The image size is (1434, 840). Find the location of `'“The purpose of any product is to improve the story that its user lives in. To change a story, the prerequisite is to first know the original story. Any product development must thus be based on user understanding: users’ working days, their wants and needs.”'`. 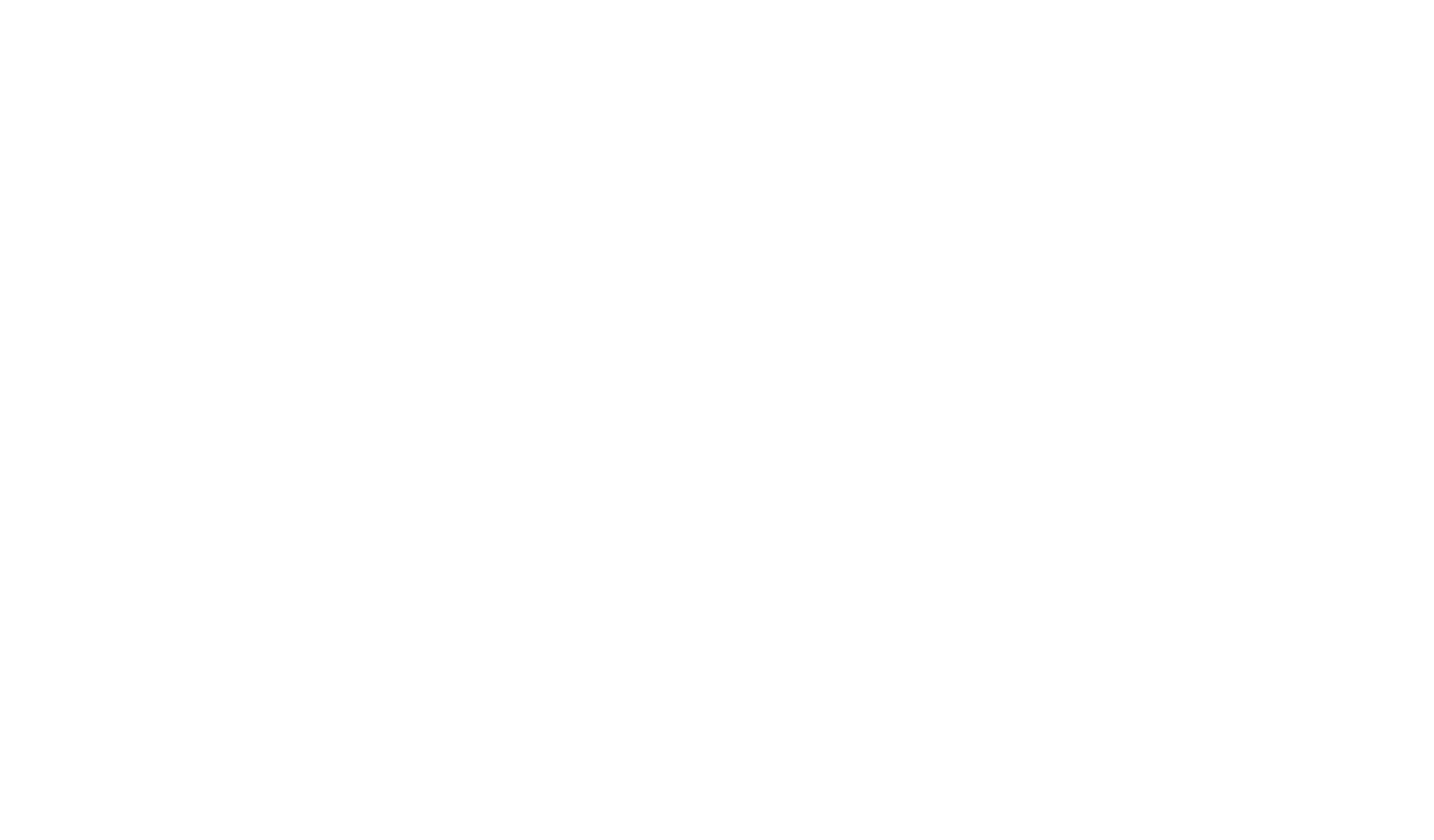

'“The purpose of any product is to improve the story that its user lives in. To change a story, the prerequisite is to first know the original story. Any product development must thus be based on user understanding: users’ working days, their wants and needs.”' is located at coordinates (234, 129).